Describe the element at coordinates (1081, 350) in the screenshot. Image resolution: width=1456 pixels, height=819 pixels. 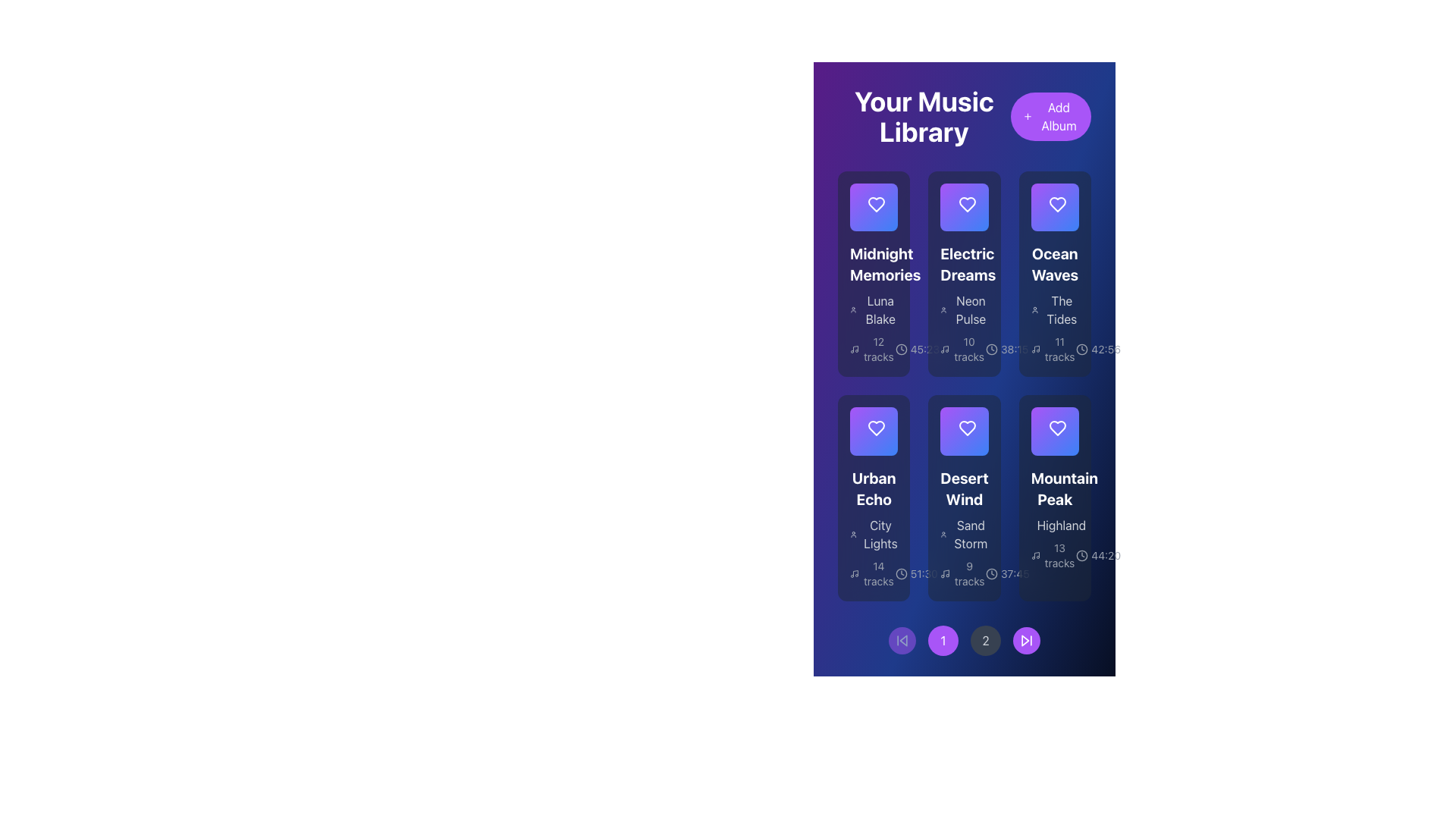
I see `the time icon located in the bottom-right corner of the 'Ocean Waves' album card, positioned left of the duration text ('42:56') in the 'Your Music Library' interface` at that location.